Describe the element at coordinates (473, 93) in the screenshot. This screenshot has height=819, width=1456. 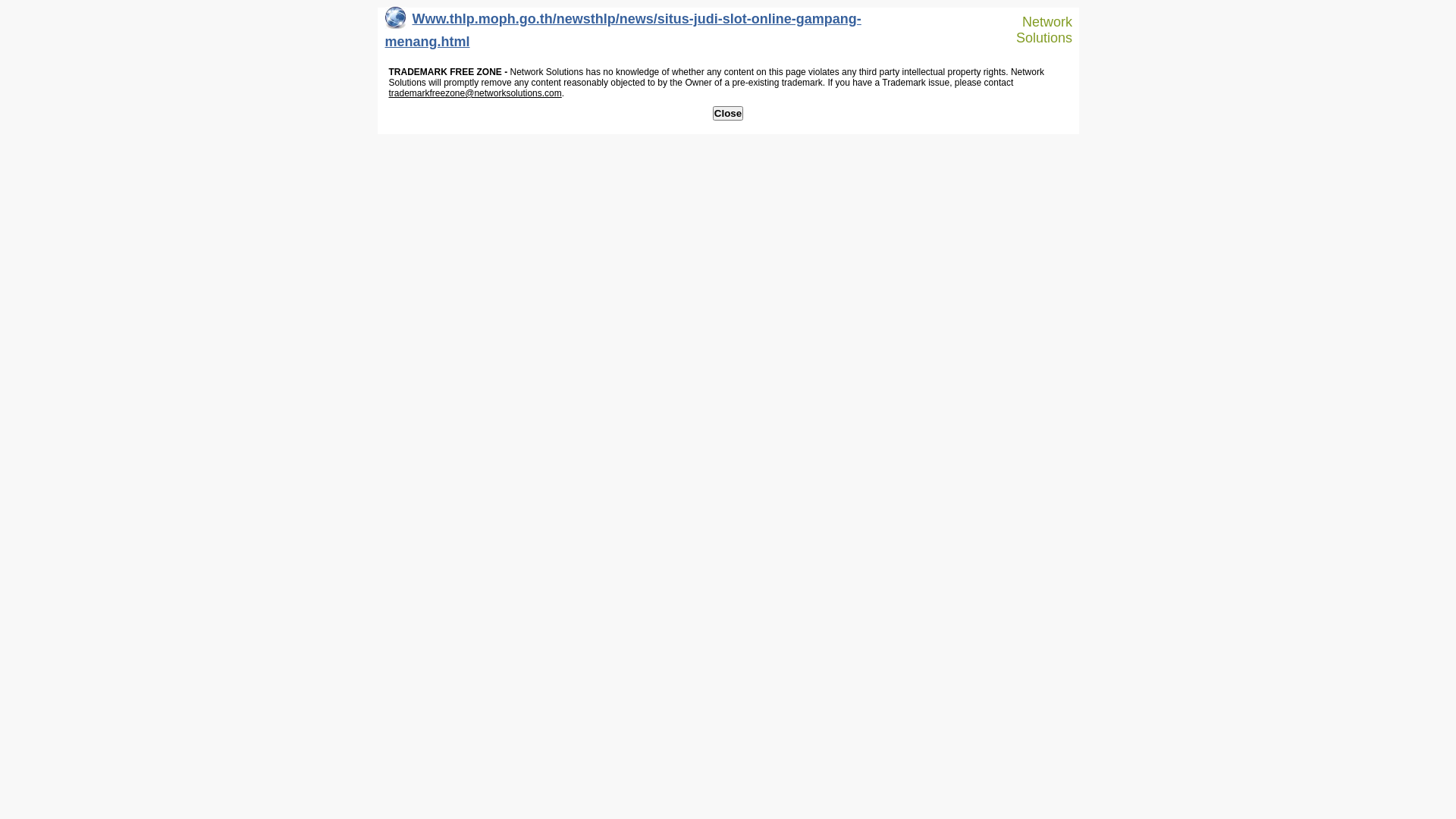
I see `'trademarkfreezone@networksolutions.com'` at that location.